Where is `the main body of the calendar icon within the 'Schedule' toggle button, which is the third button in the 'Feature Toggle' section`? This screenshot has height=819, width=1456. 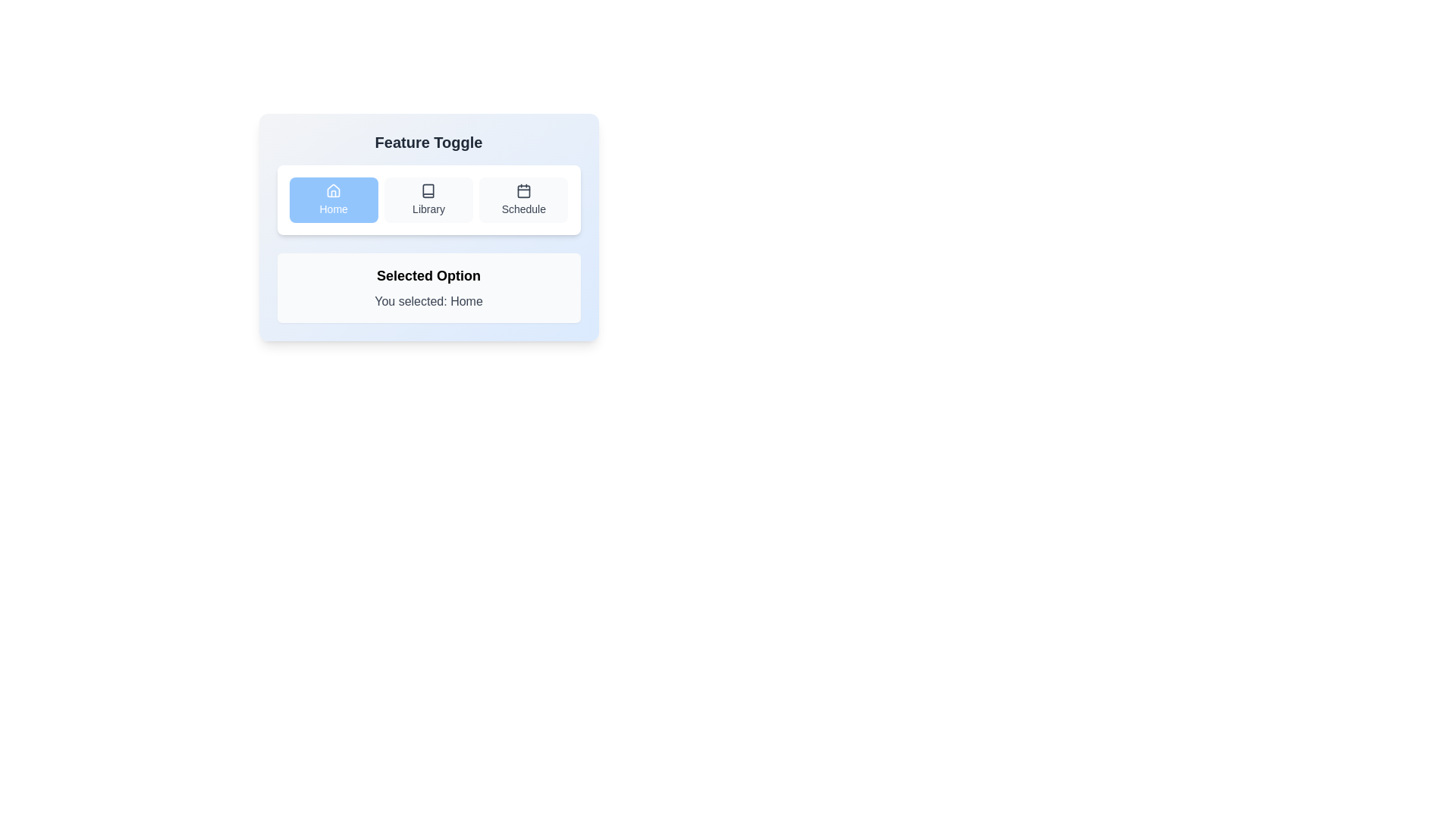
the main body of the calendar icon within the 'Schedule' toggle button, which is the third button in the 'Feature Toggle' section is located at coordinates (523, 190).